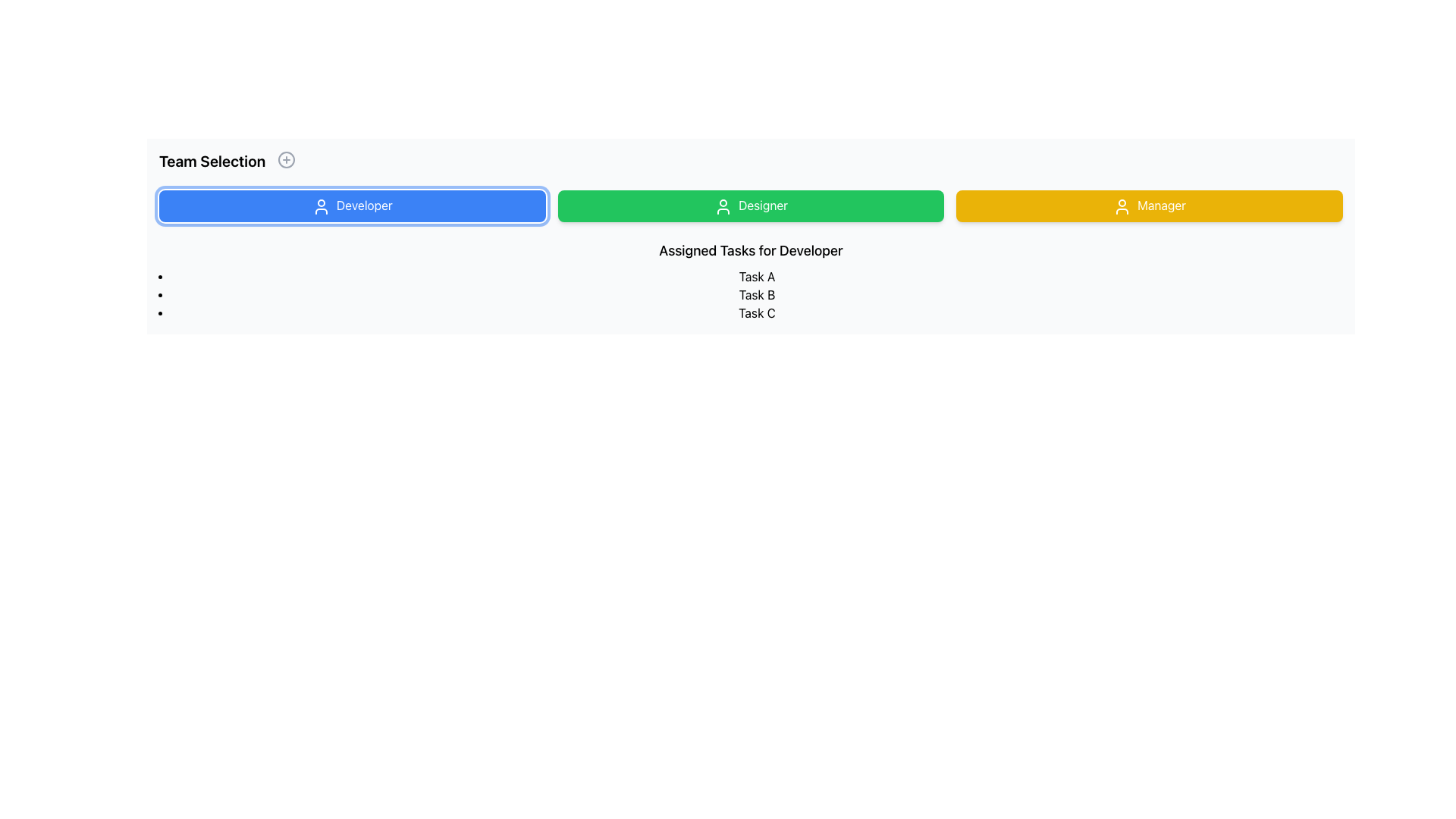 This screenshot has height=819, width=1456. Describe the element at coordinates (287, 160) in the screenshot. I see `the circle graphical element within the SVG icon located to the right of the text 'Team Selection'` at that location.